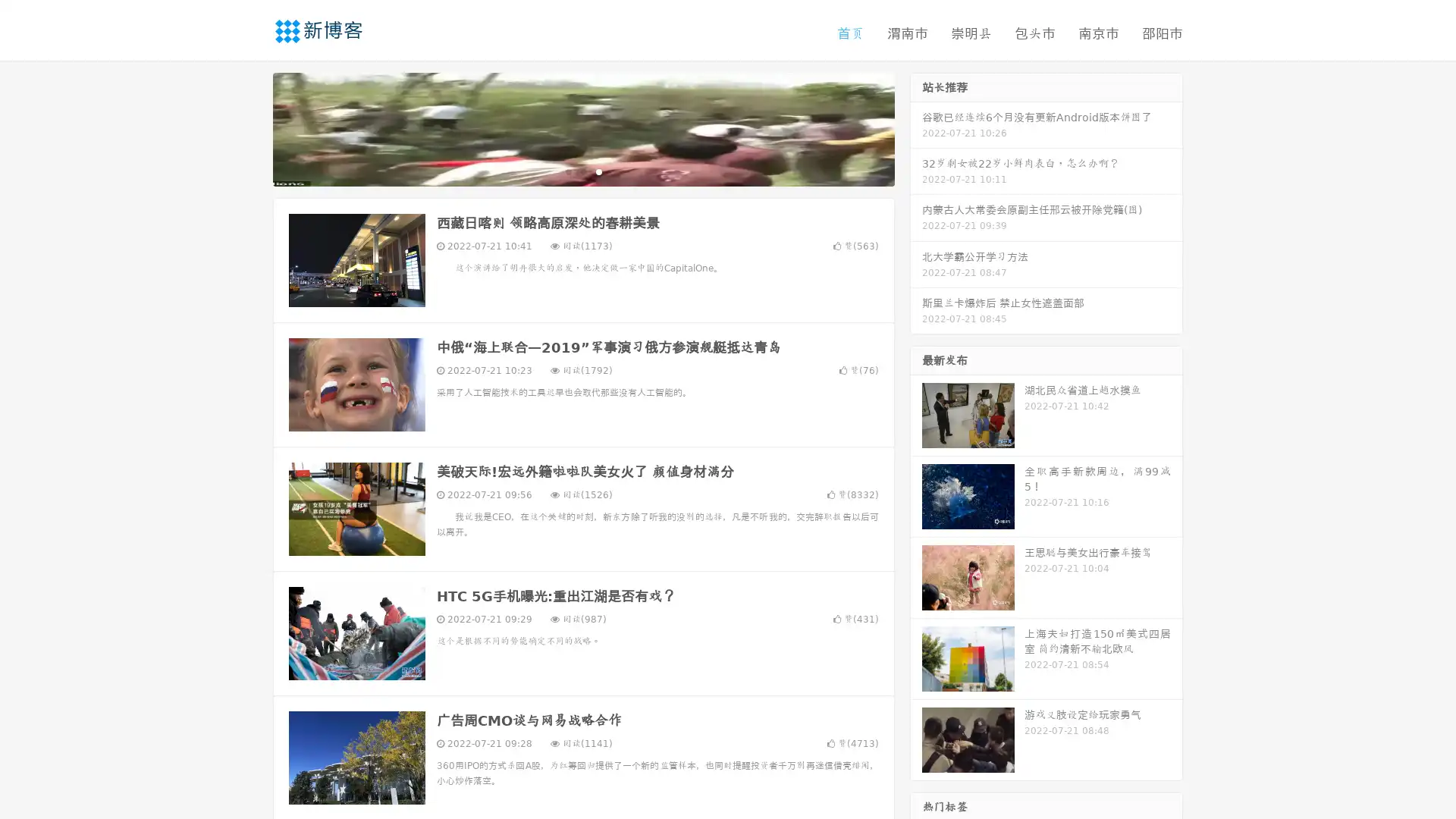 The image size is (1456, 819). What do you see at coordinates (567, 171) in the screenshot?
I see `Go to slide 1` at bounding box center [567, 171].